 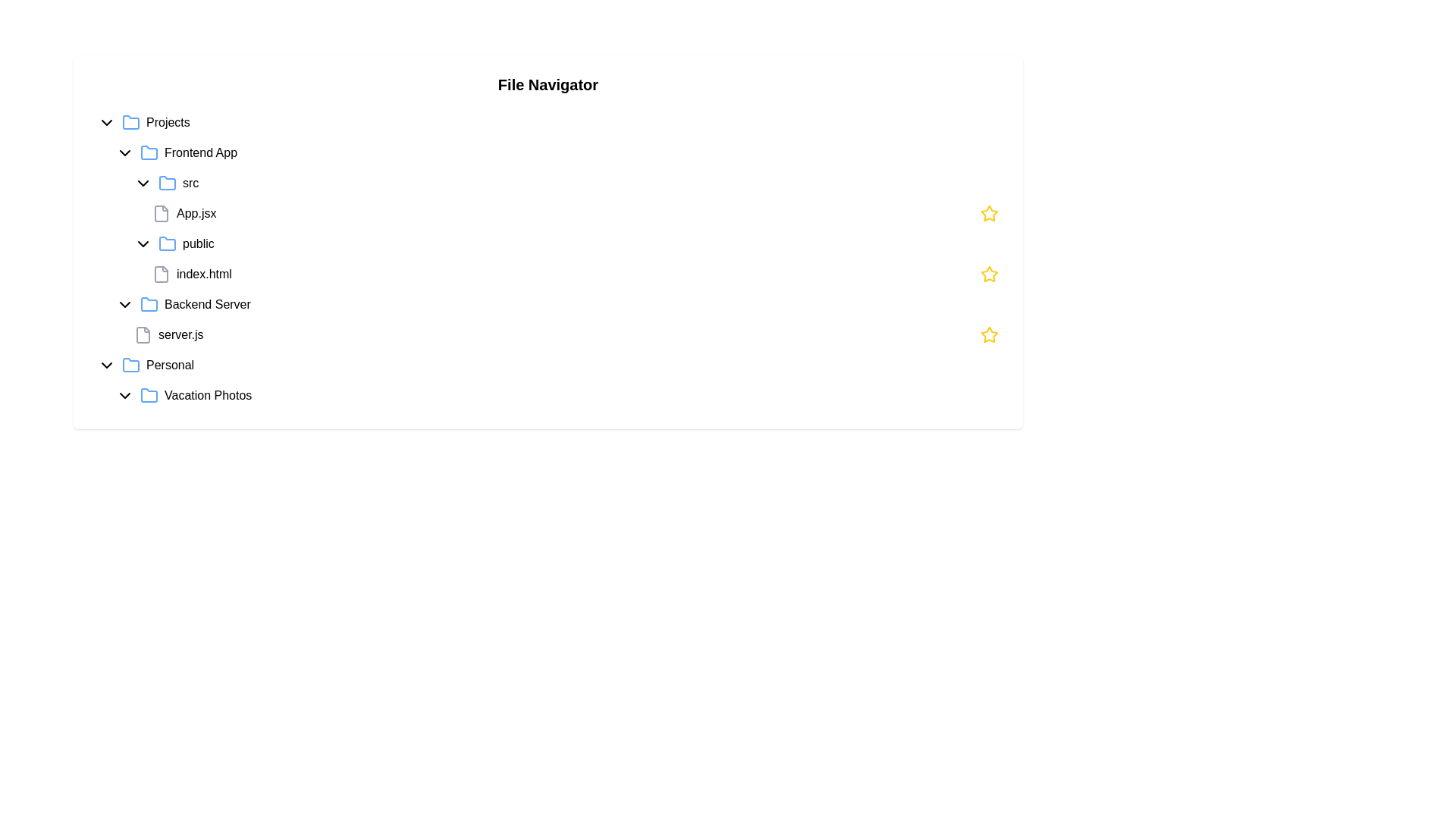 What do you see at coordinates (199, 152) in the screenshot?
I see `the text label indicating the folder's name 'Frontend App'` at bounding box center [199, 152].